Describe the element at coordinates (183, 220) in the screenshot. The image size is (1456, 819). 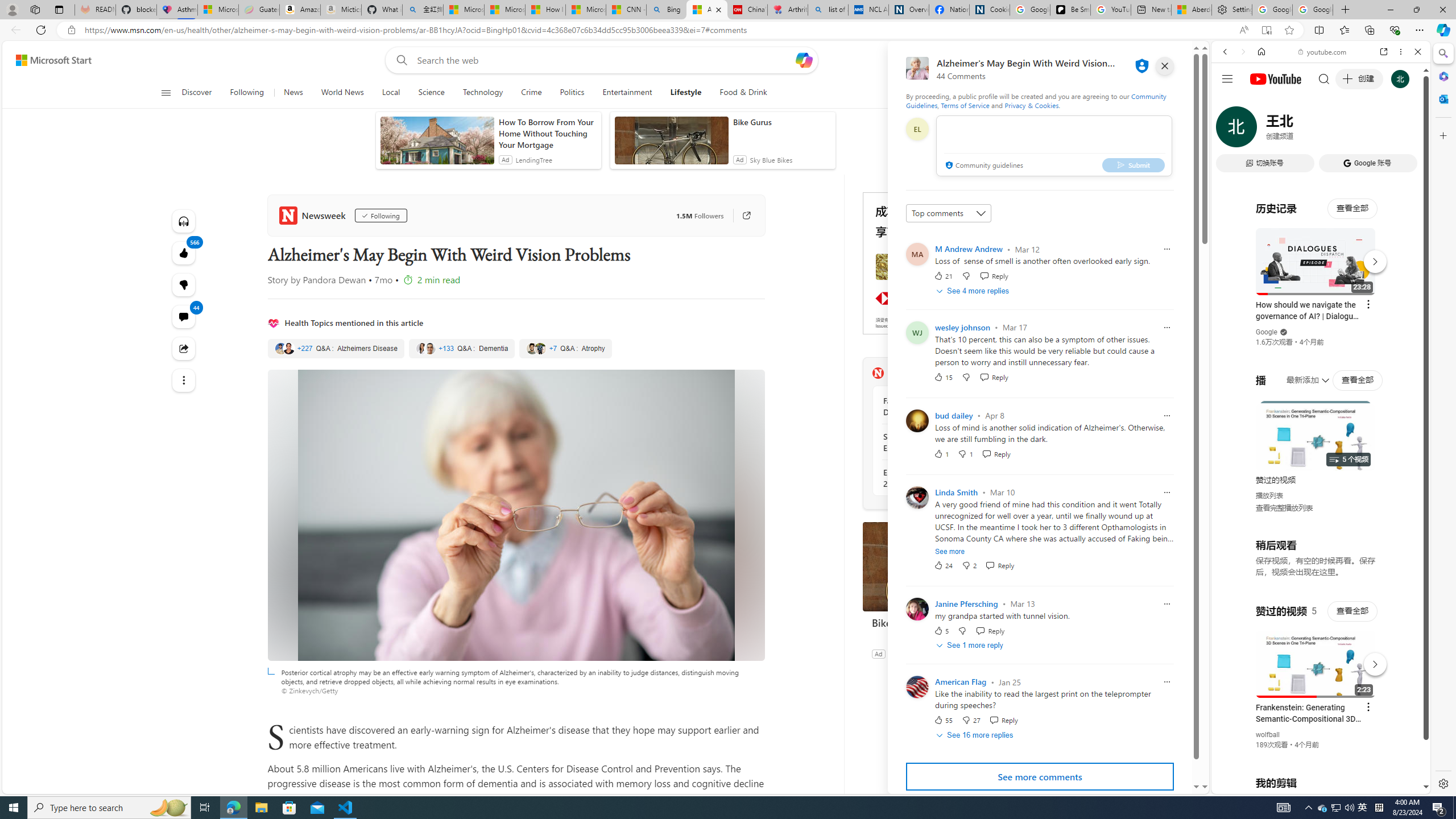
I see `'Listen to this article'` at that location.